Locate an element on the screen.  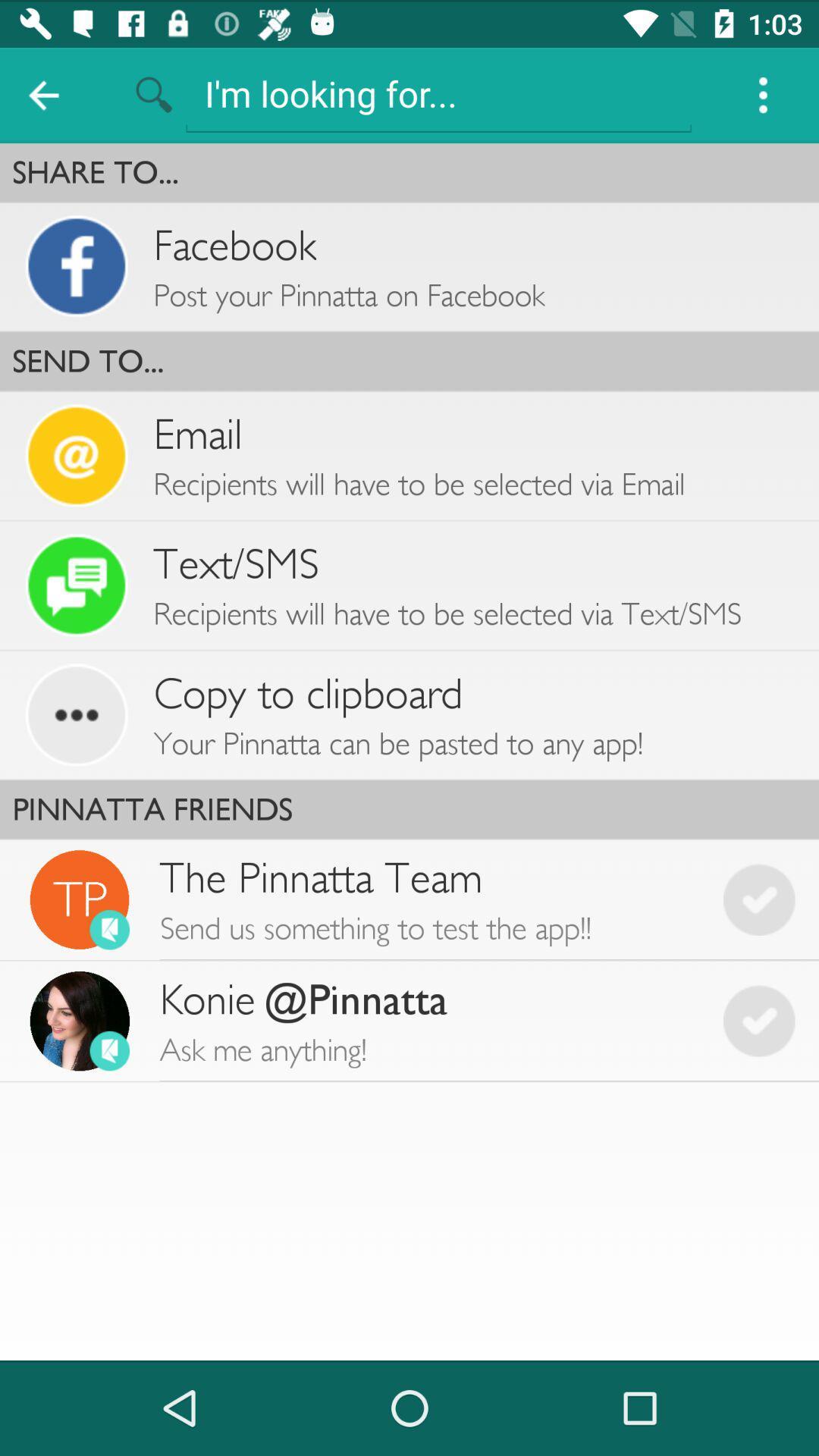
the item at the top right corner is located at coordinates (763, 94).